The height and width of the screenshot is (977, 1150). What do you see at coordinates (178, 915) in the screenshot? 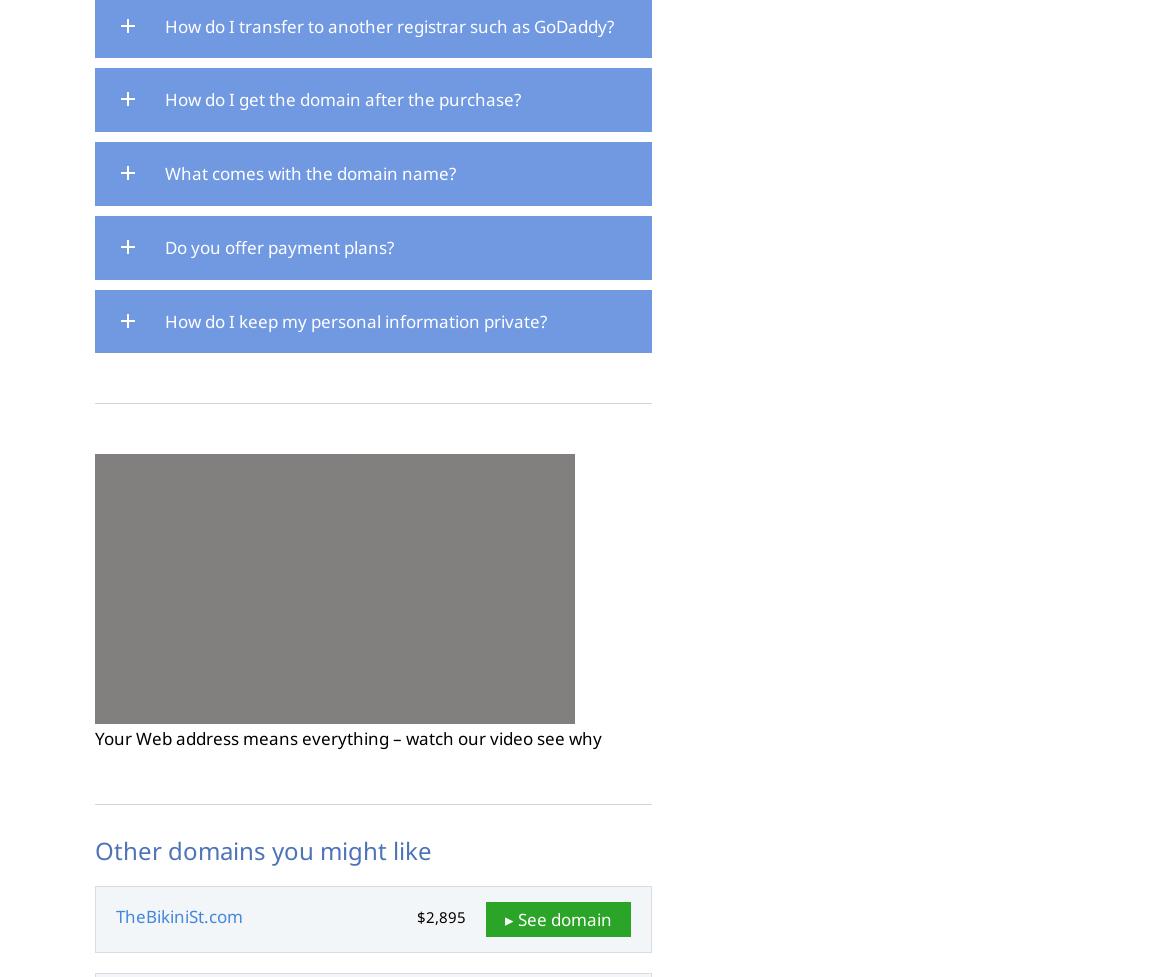
I see `'TheBikiniSt.com'` at bounding box center [178, 915].